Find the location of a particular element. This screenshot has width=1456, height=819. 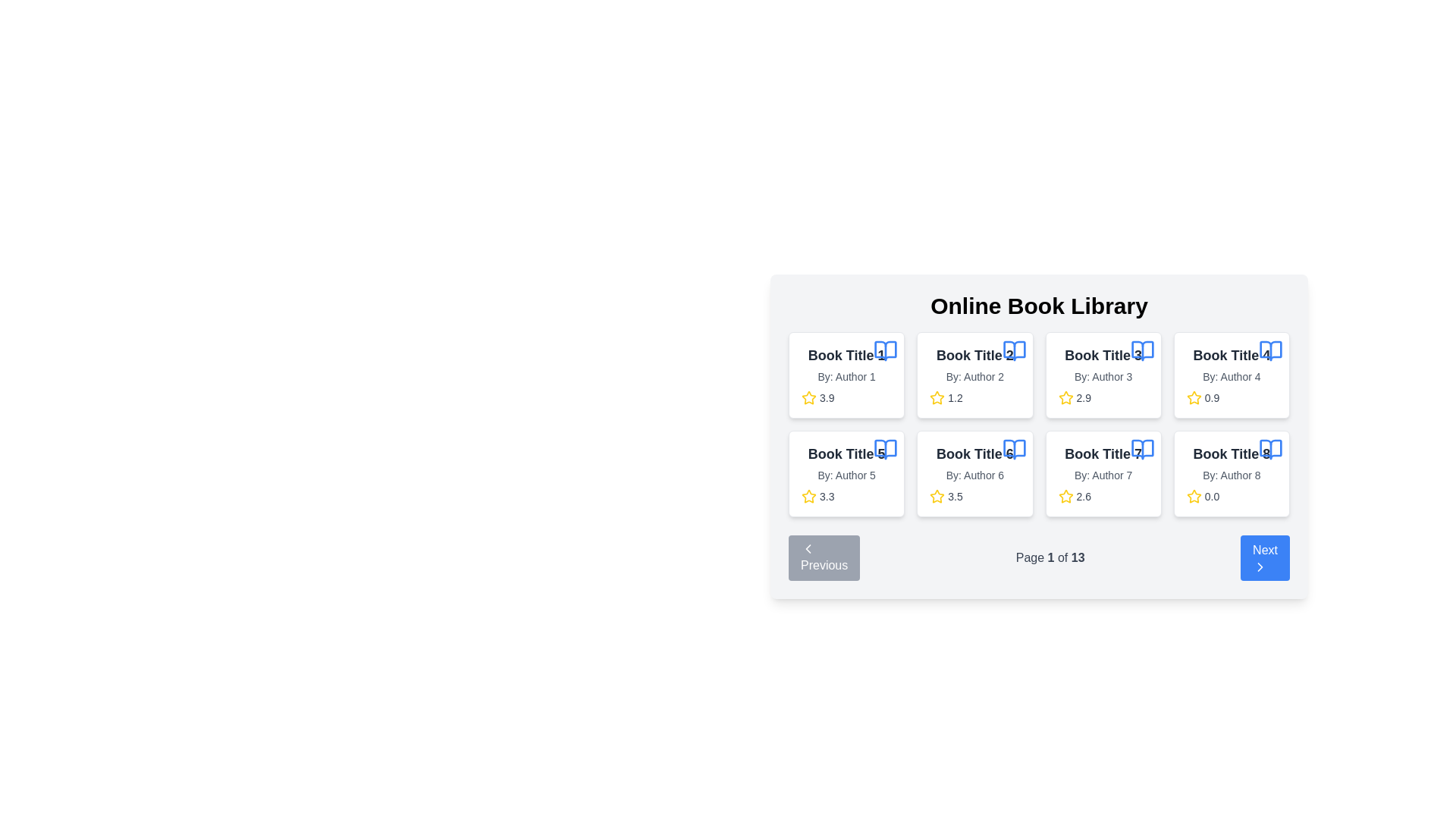

the blue-colored book icon located within the list item labeled 'Book Title 6' in the sixth card of the grid layout is located at coordinates (1014, 449).